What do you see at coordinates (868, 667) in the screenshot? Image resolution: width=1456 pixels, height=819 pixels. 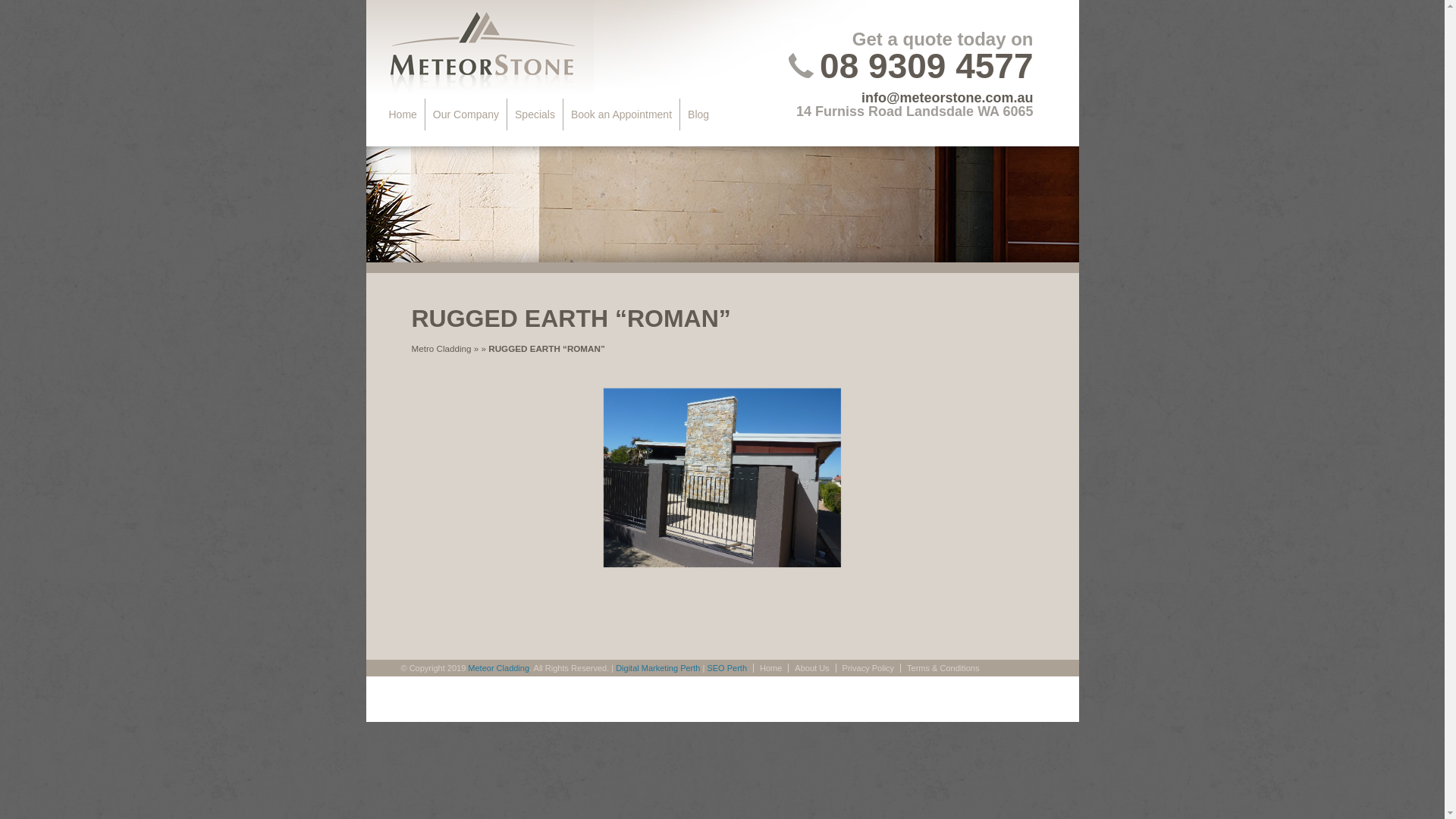 I see `'Privacy Policy'` at bounding box center [868, 667].